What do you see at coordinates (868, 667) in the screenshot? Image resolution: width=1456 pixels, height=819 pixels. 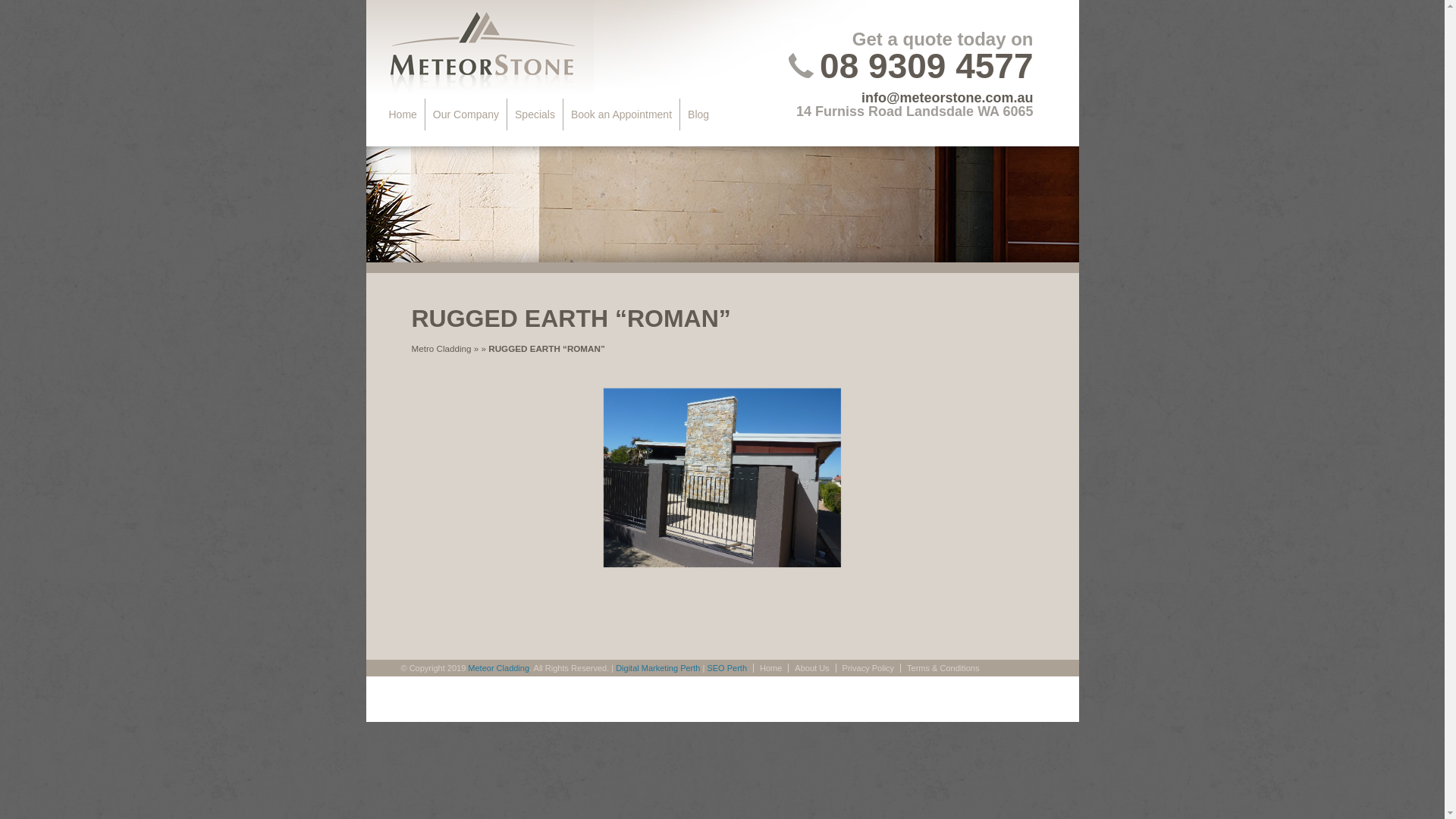 I see `'Privacy Policy'` at bounding box center [868, 667].